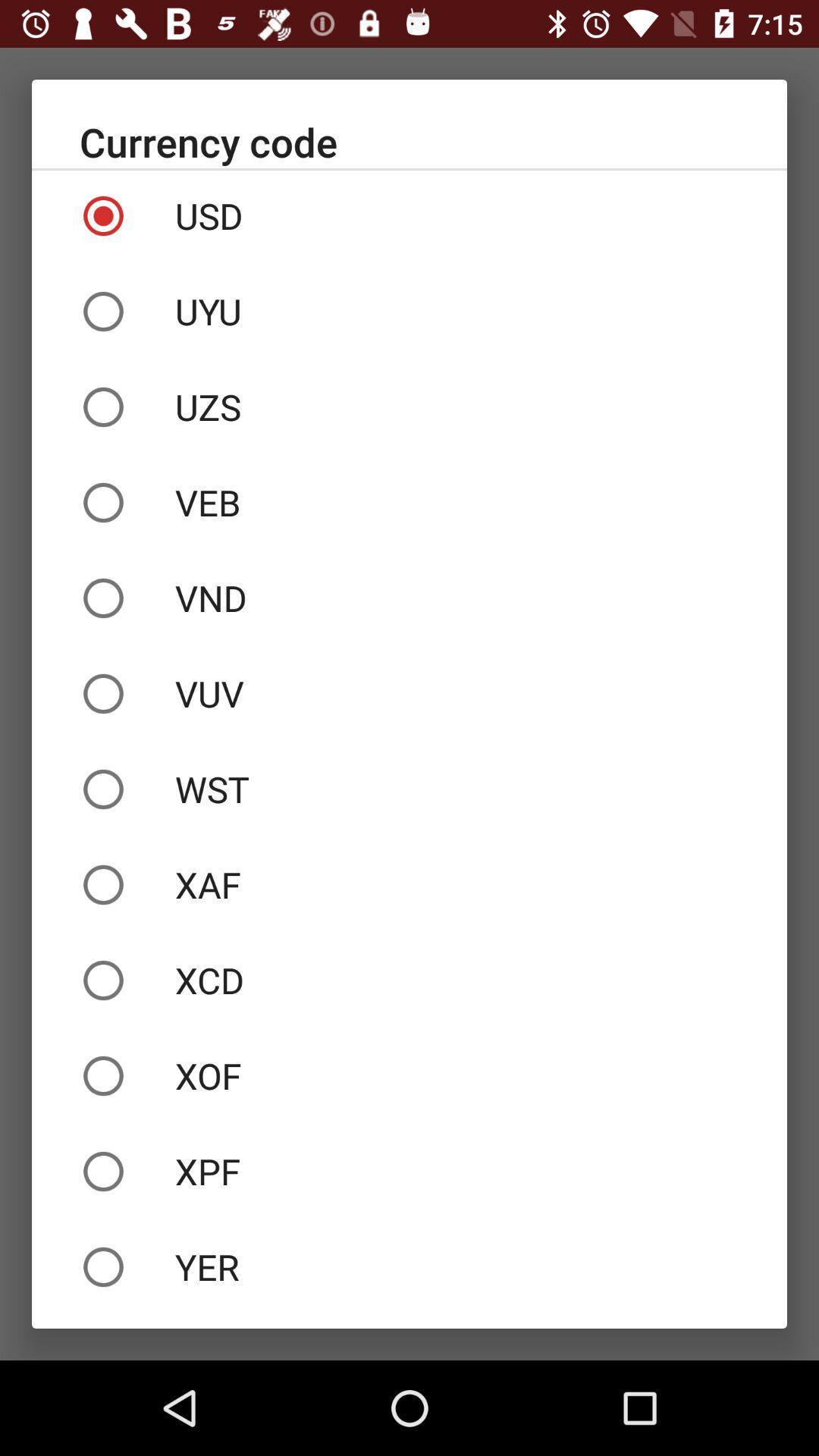 Image resolution: width=819 pixels, height=1456 pixels. What do you see at coordinates (409, 215) in the screenshot?
I see `icon above the uyu item` at bounding box center [409, 215].